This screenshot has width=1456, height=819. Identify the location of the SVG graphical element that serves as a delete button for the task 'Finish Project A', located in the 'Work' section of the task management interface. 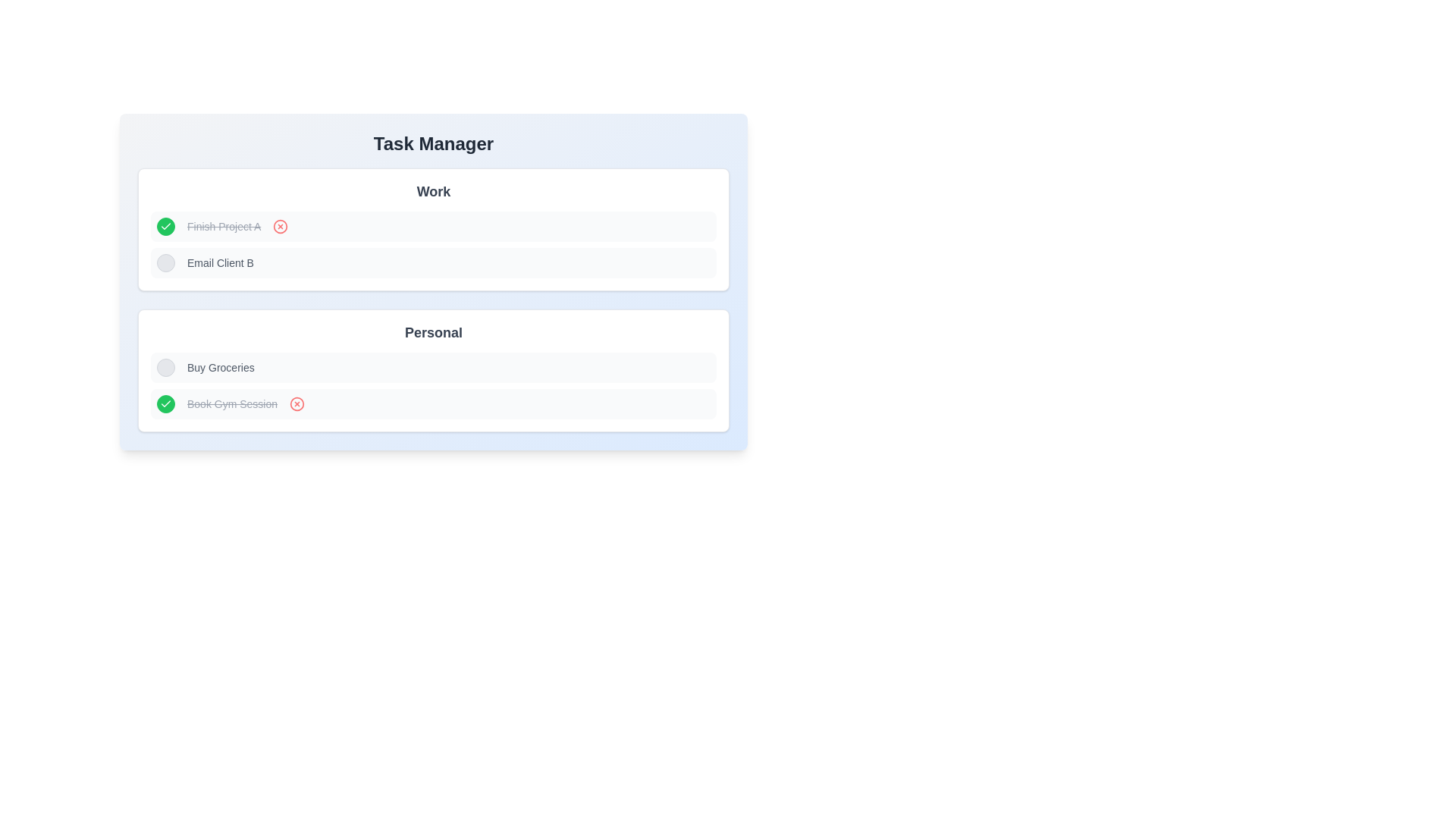
(281, 227).